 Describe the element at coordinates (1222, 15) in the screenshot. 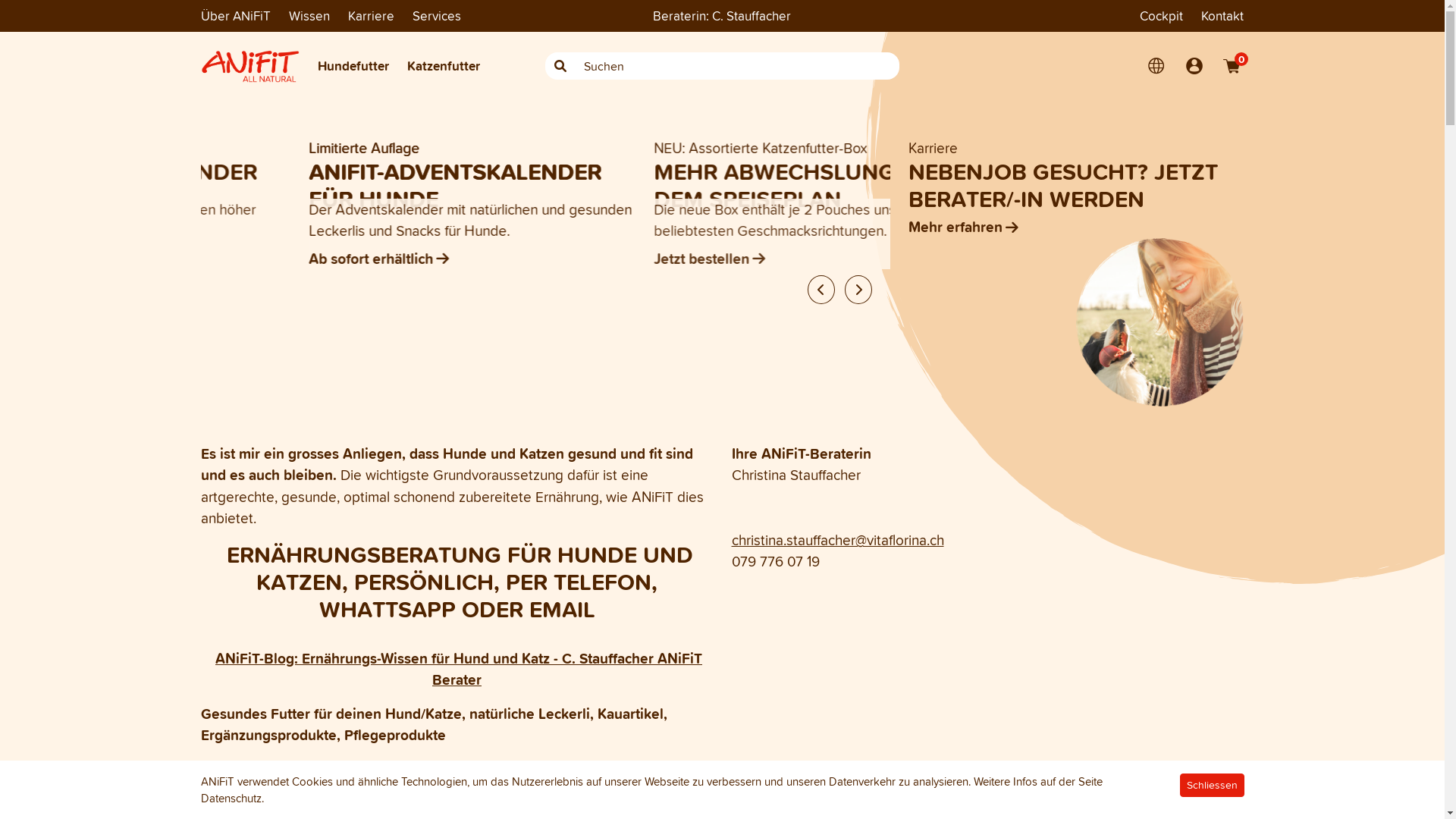

I see `'Kontakt'` at that location.